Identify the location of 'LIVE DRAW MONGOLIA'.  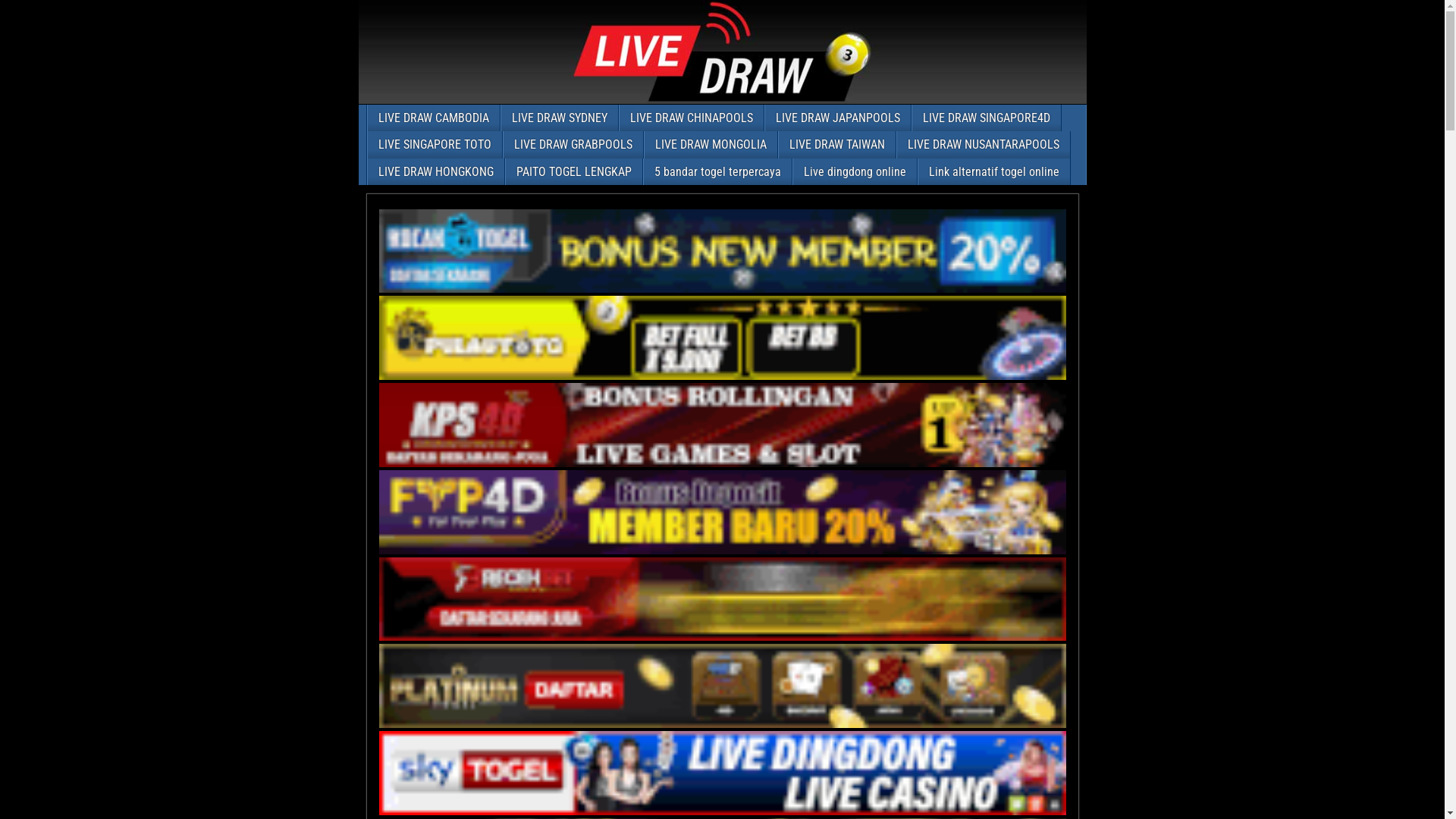
(710, 144).